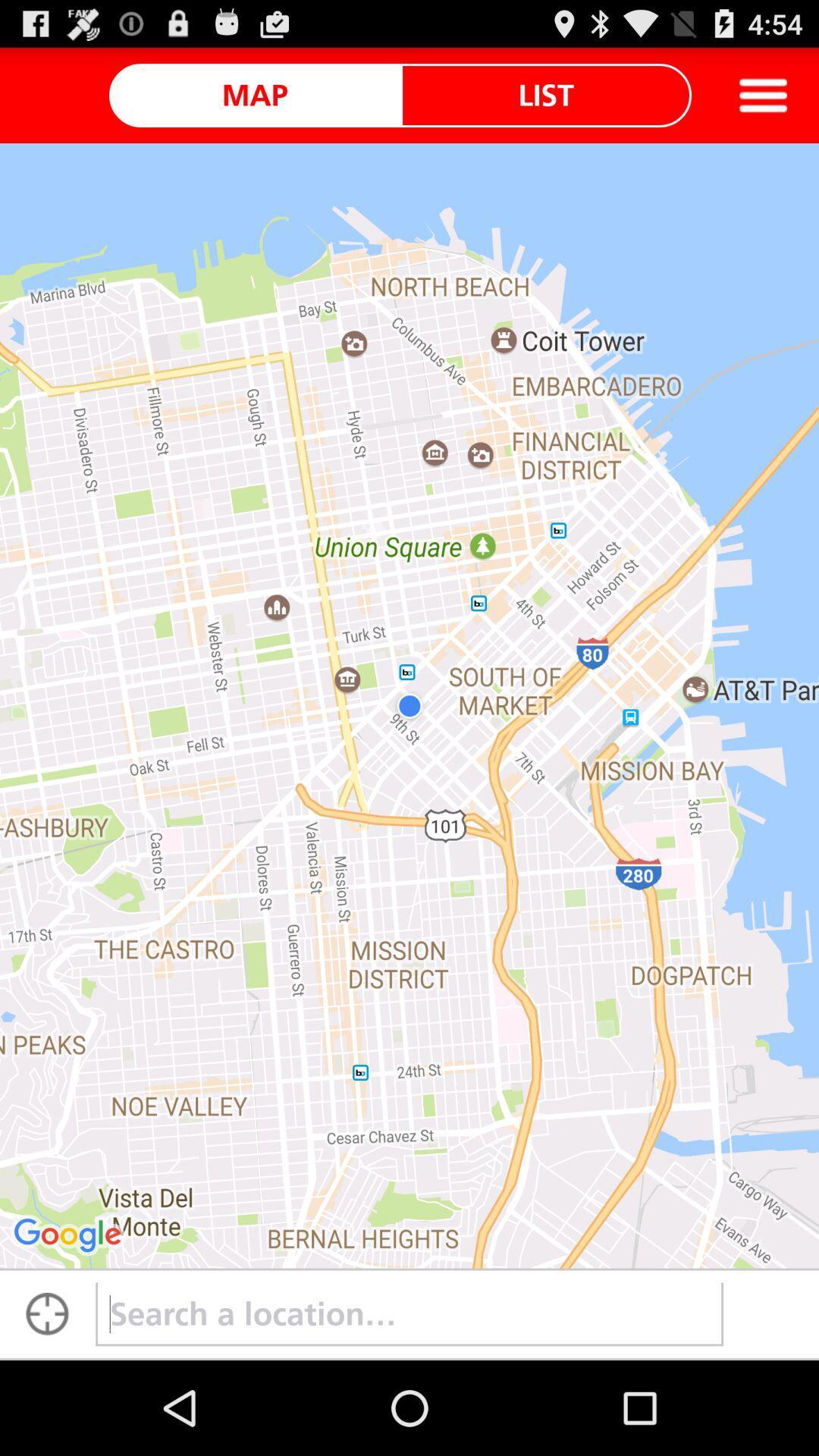 The image size is (819, 1456). I want to click on icon to the right of the map, so click(546, 94).